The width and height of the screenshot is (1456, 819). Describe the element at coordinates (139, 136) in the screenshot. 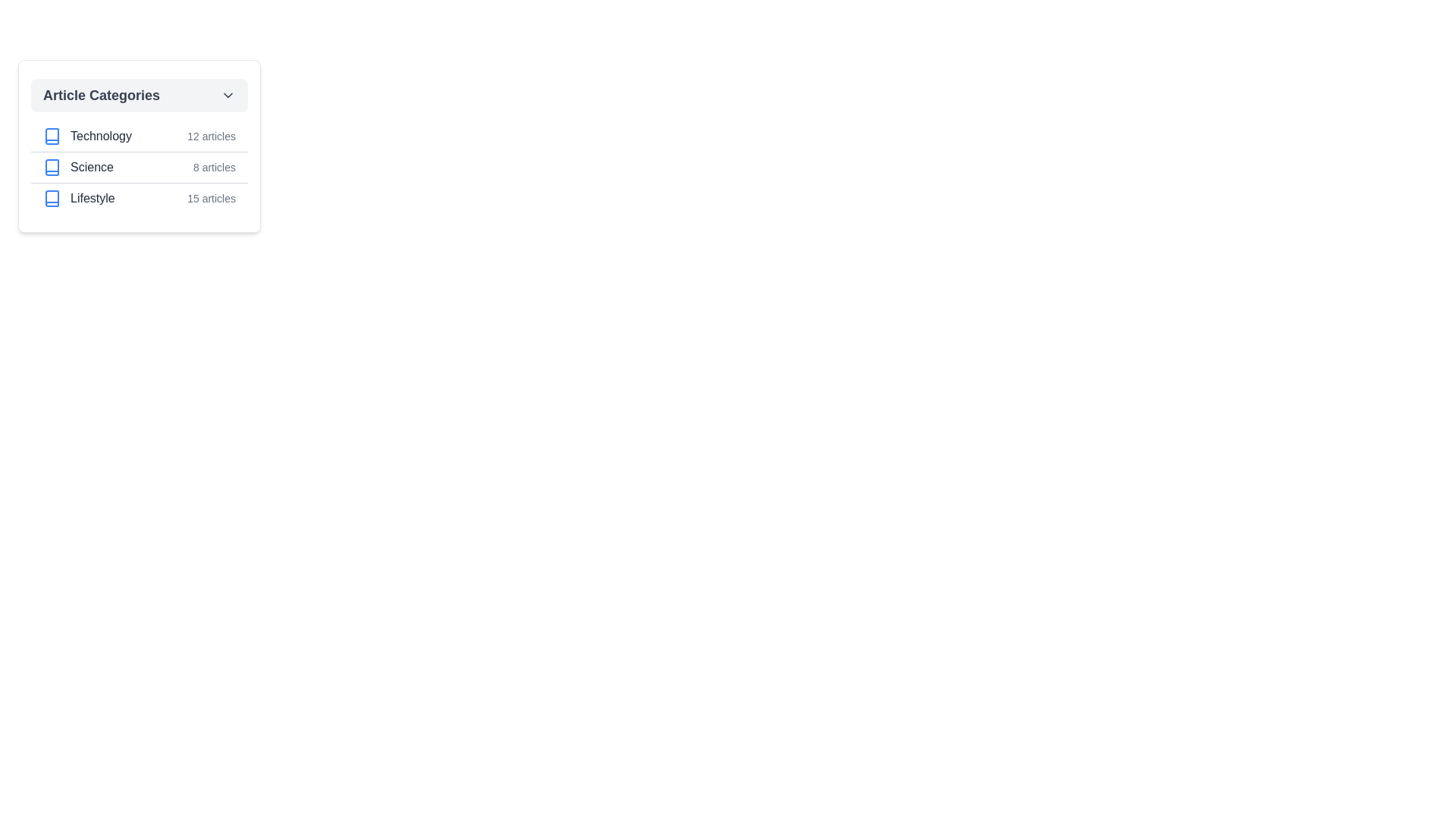

I see `the 'Technology' category list item, which is the first entry in the vertical list of article categories` at that location.